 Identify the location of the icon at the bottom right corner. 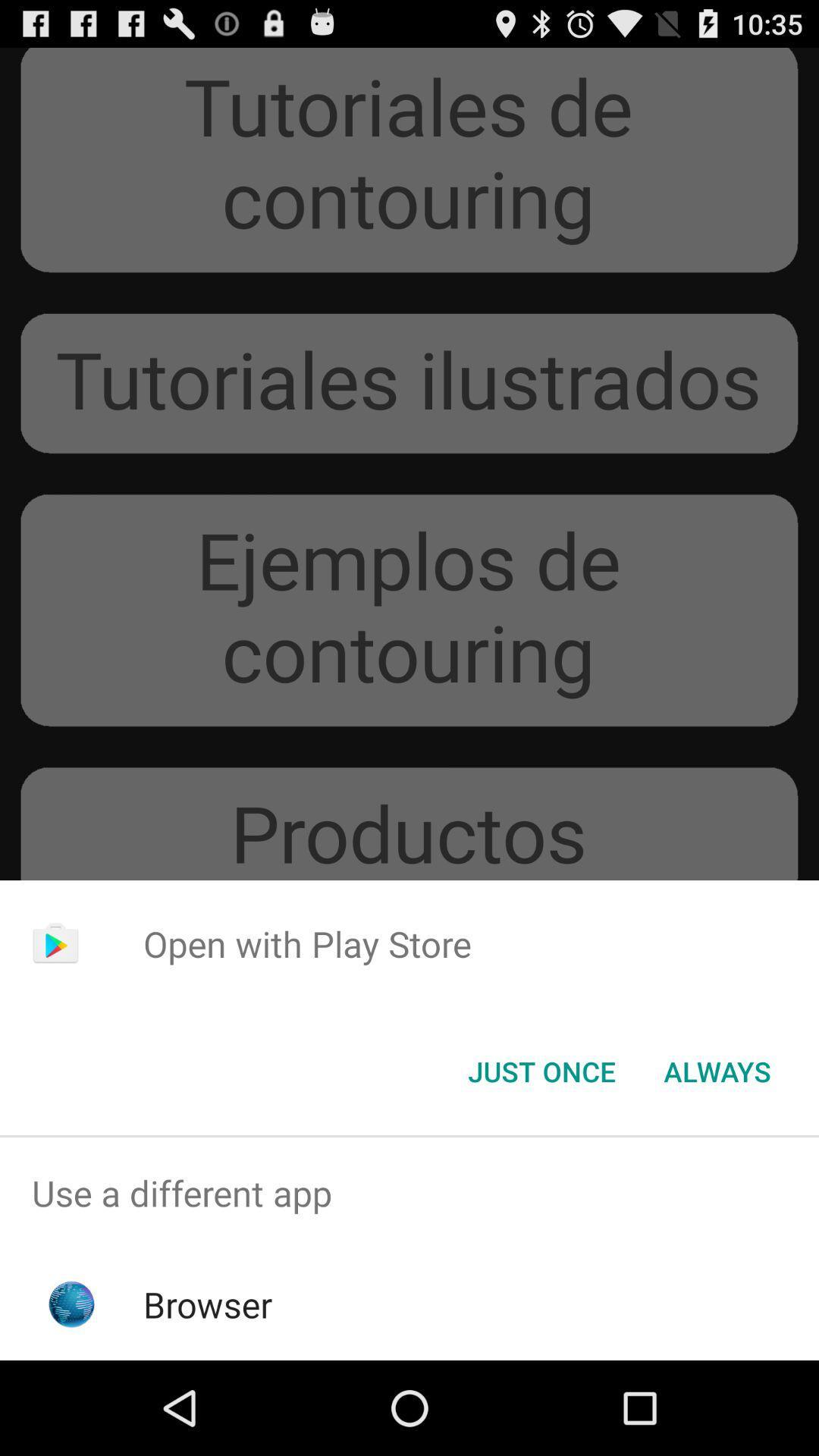
(717, 1070).